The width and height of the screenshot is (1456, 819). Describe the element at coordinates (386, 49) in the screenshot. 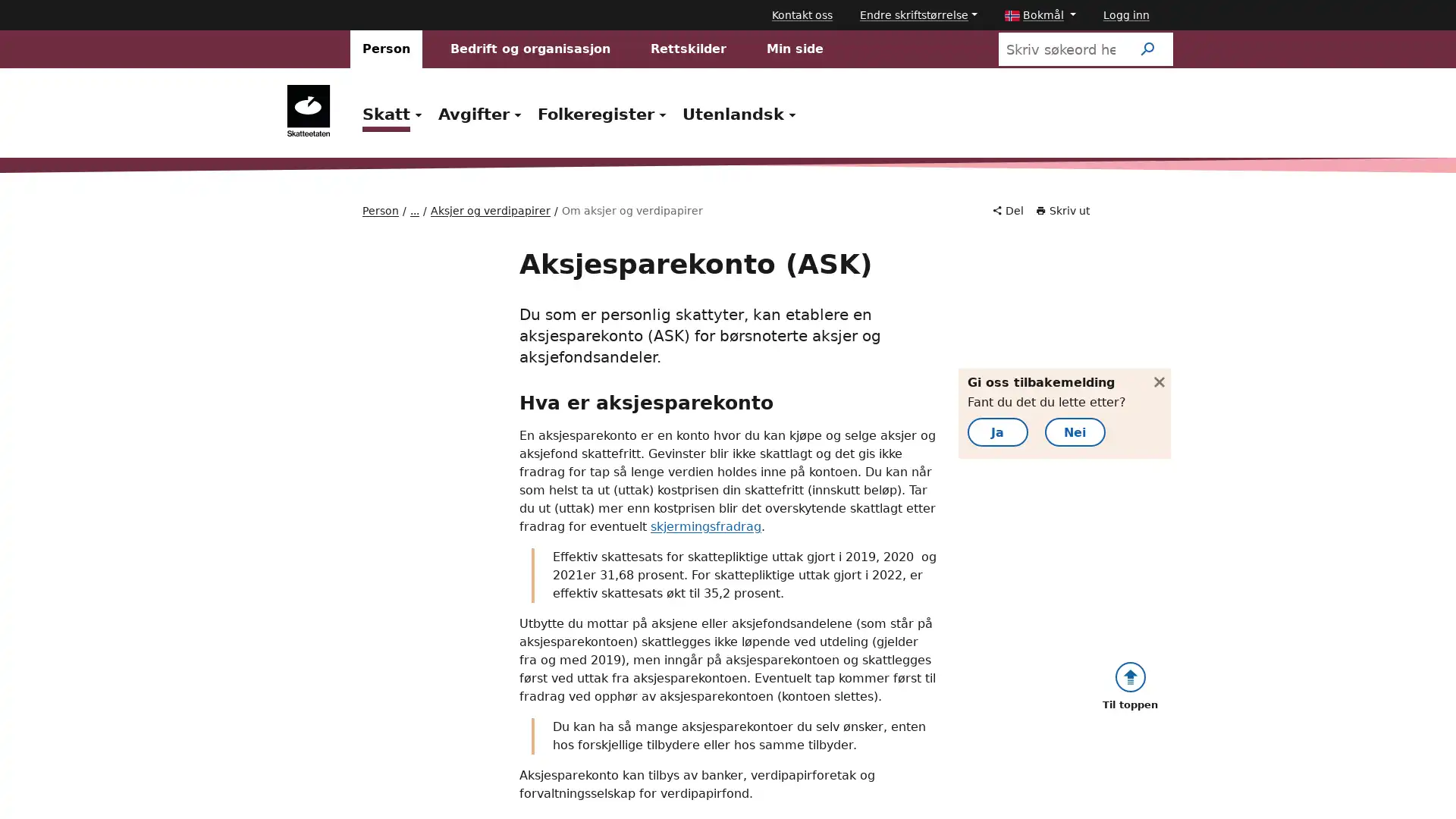

I see `Person` at that location.